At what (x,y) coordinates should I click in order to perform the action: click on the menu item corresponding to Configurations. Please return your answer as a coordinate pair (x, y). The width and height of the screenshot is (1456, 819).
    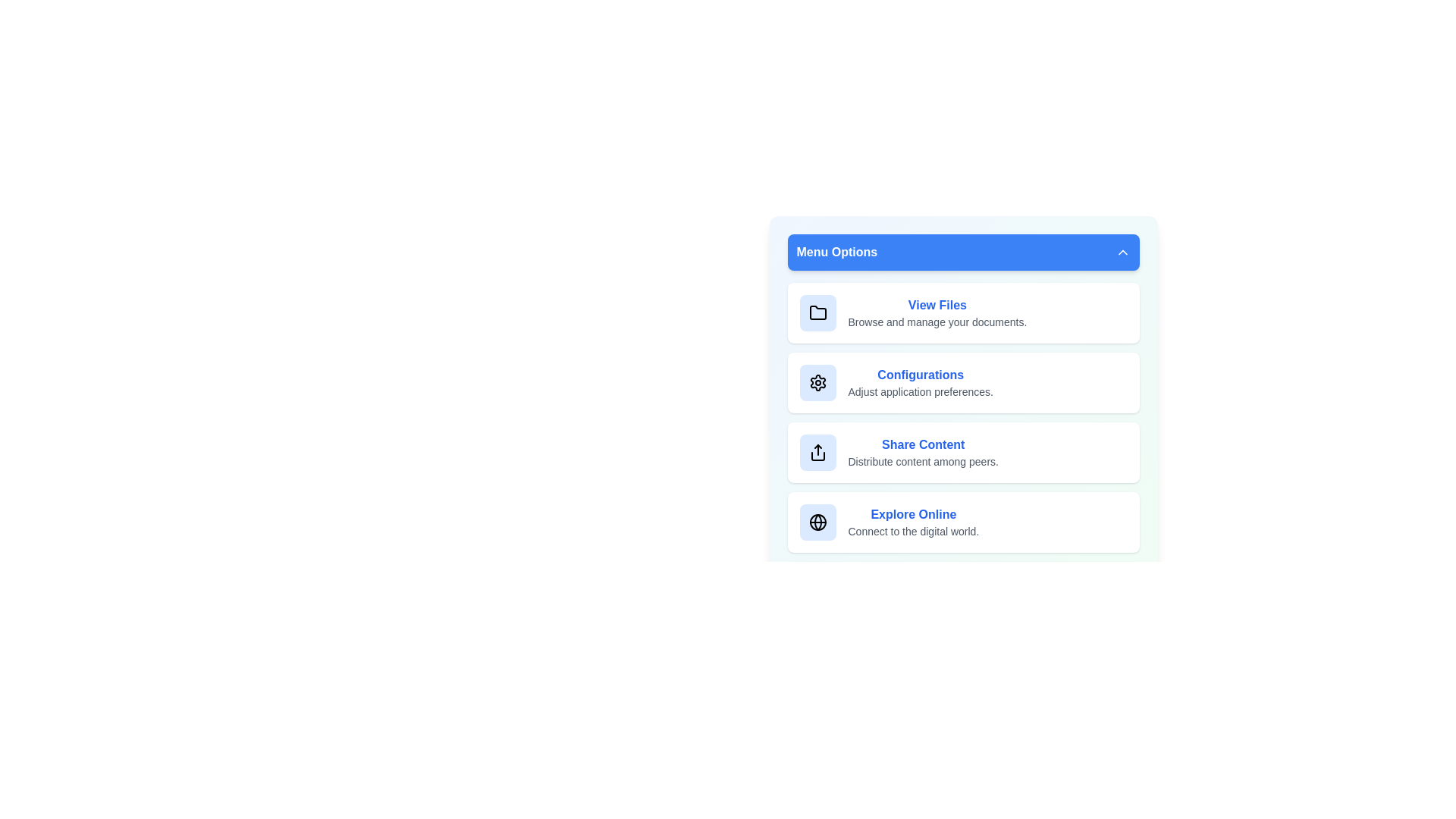
    Looking at the image, I should click on (962, 382).